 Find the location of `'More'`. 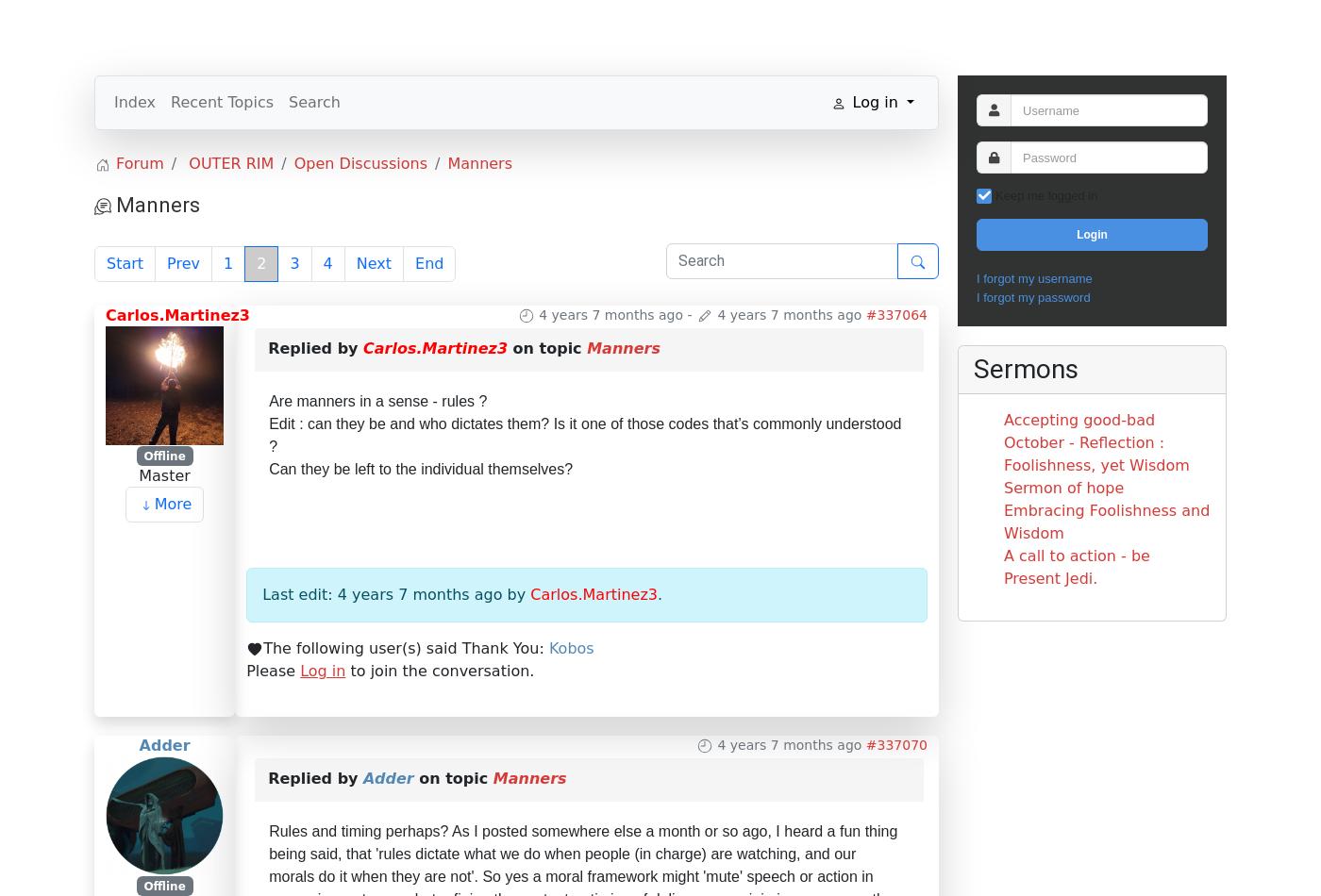

'More' is located at coordinates (172, 449).